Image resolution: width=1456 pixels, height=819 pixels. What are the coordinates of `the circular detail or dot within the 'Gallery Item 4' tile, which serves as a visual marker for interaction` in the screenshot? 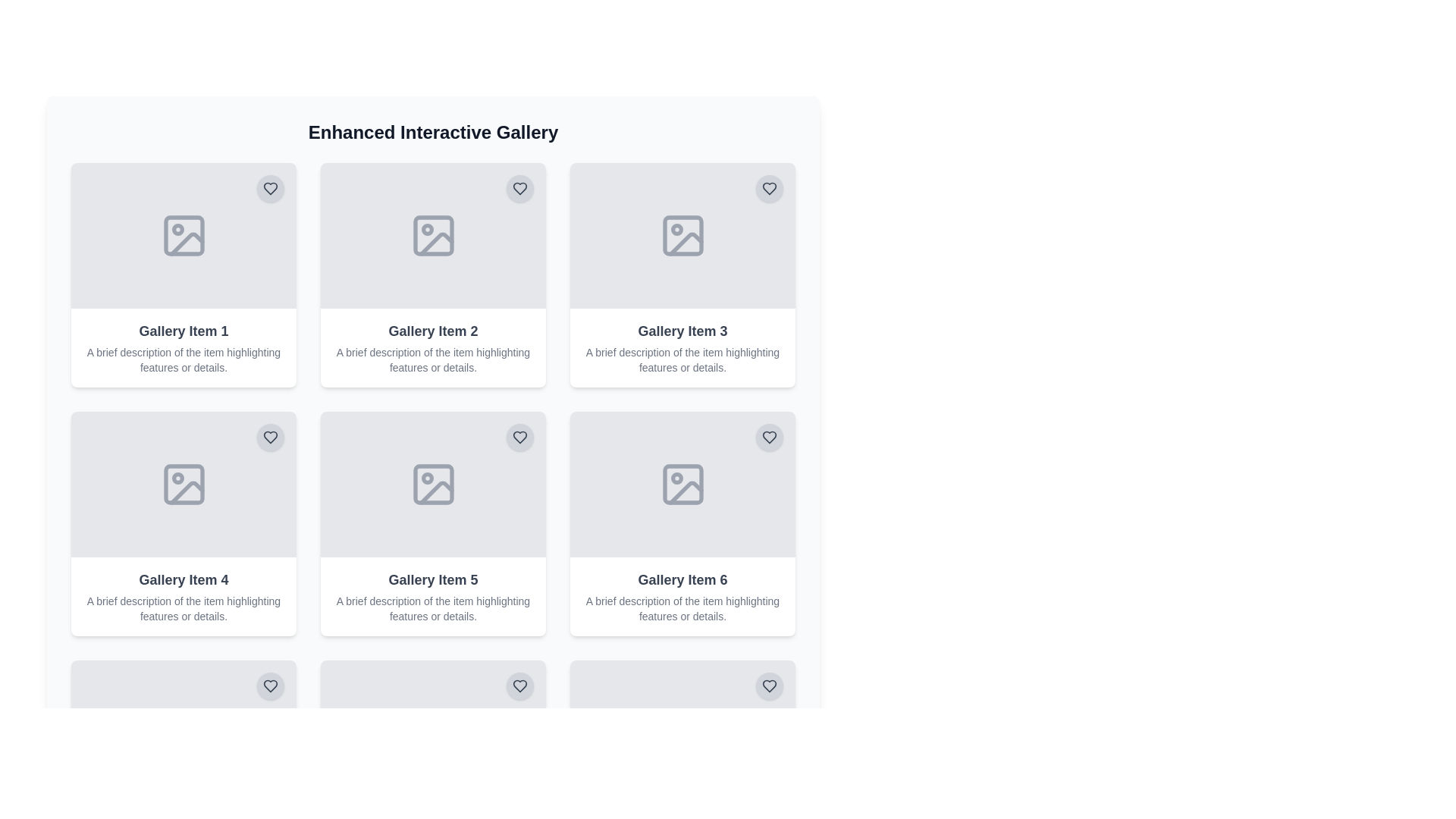 It's located at (177, 479).